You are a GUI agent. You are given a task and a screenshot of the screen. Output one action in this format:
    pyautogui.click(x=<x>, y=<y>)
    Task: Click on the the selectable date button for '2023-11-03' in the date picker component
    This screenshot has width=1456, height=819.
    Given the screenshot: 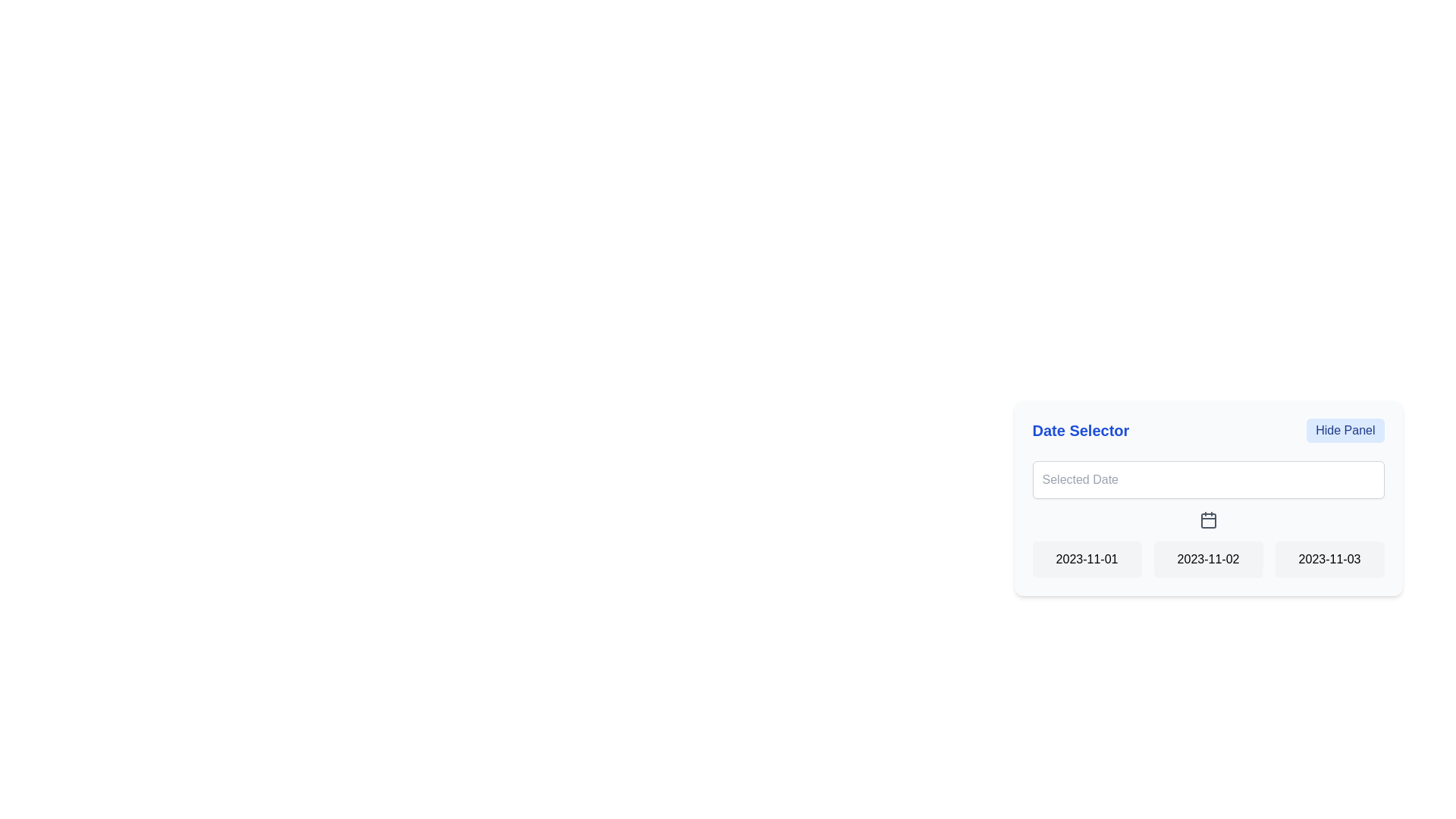 What is the action you would take?
    pyautogui.click(x=1329, y=559)
    